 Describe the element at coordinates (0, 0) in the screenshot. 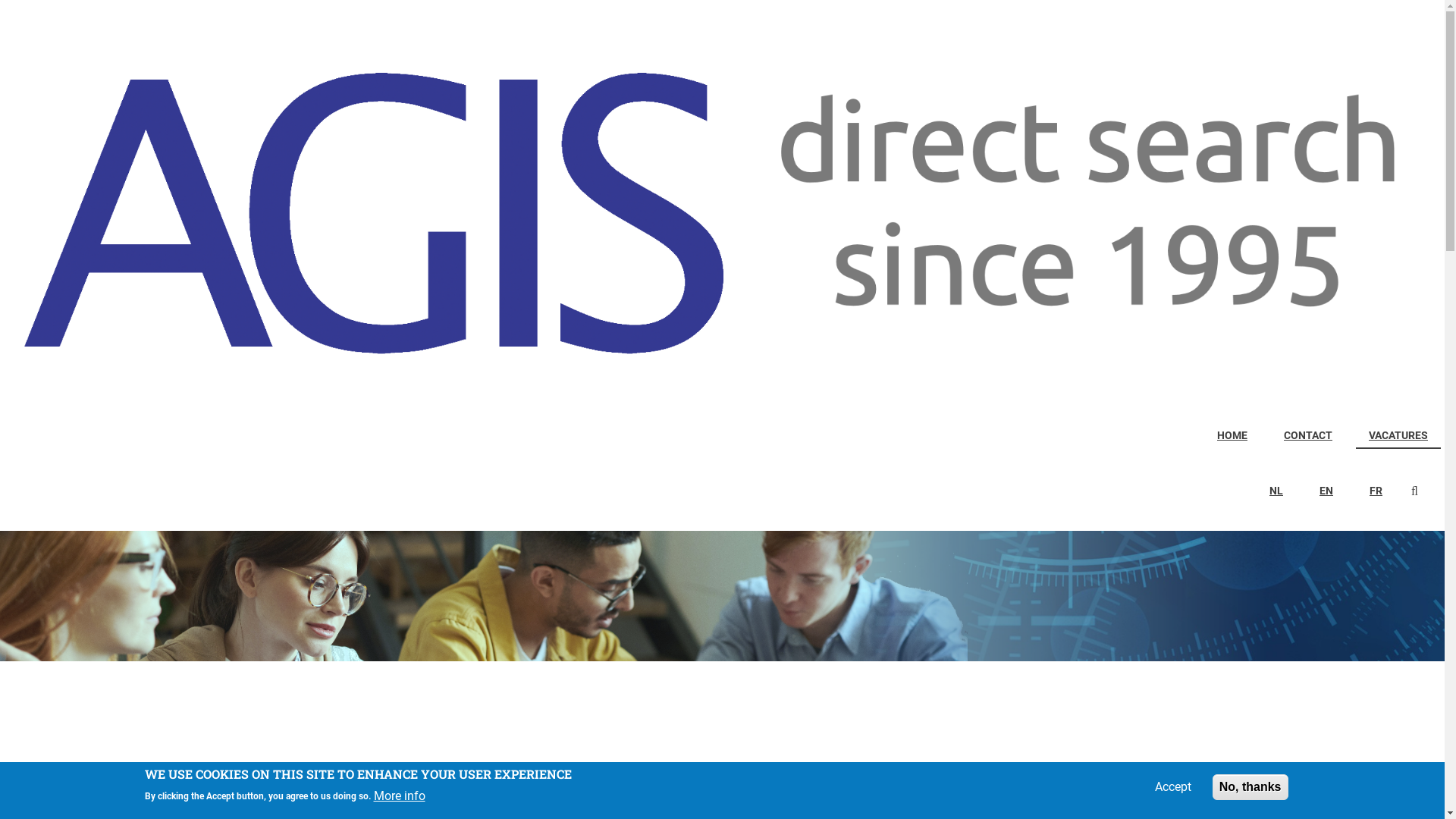

I see `'Skip to main content'` at that location.